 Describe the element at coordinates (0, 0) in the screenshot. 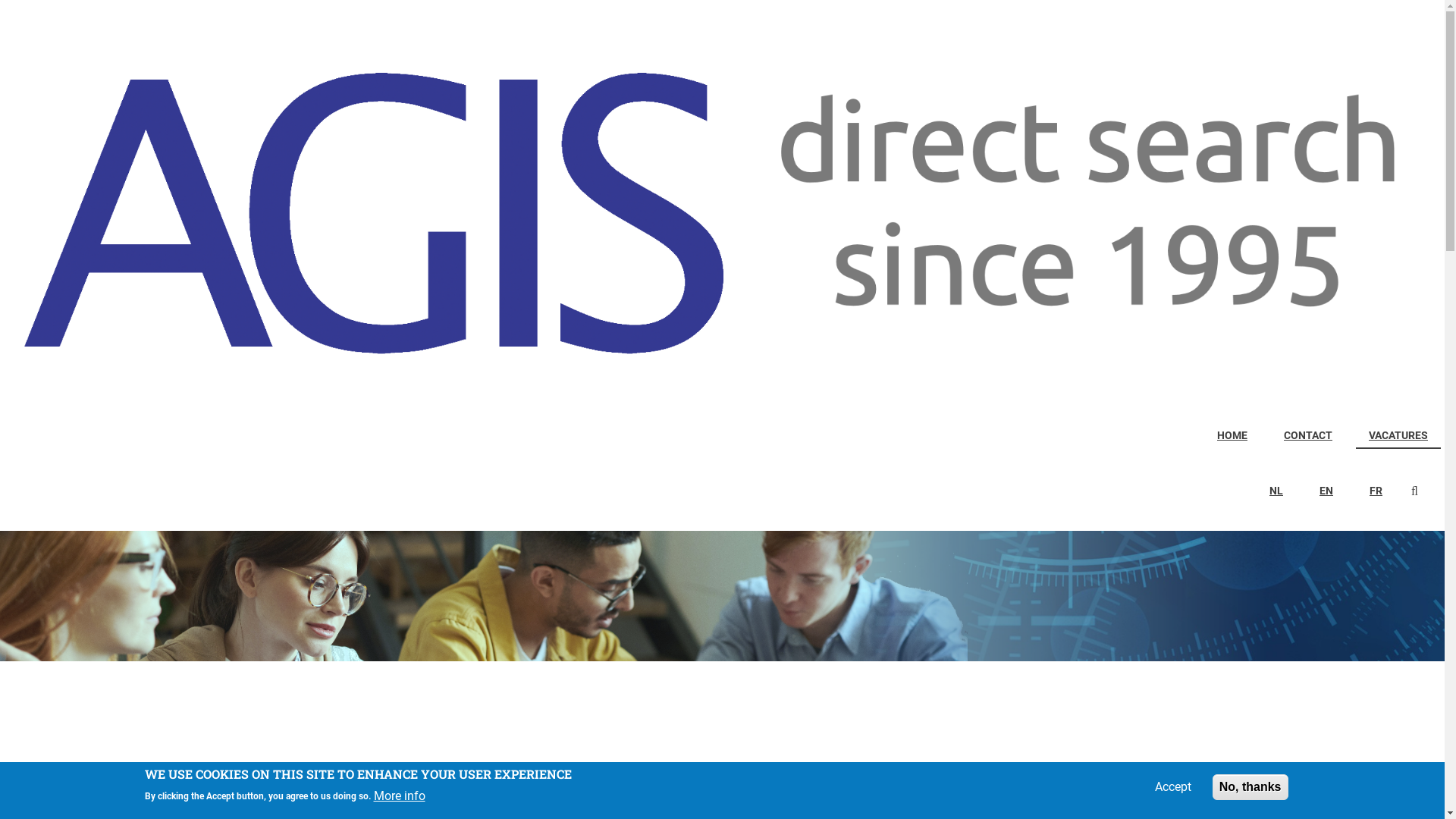

I see `'Skip to main content'` at that location.